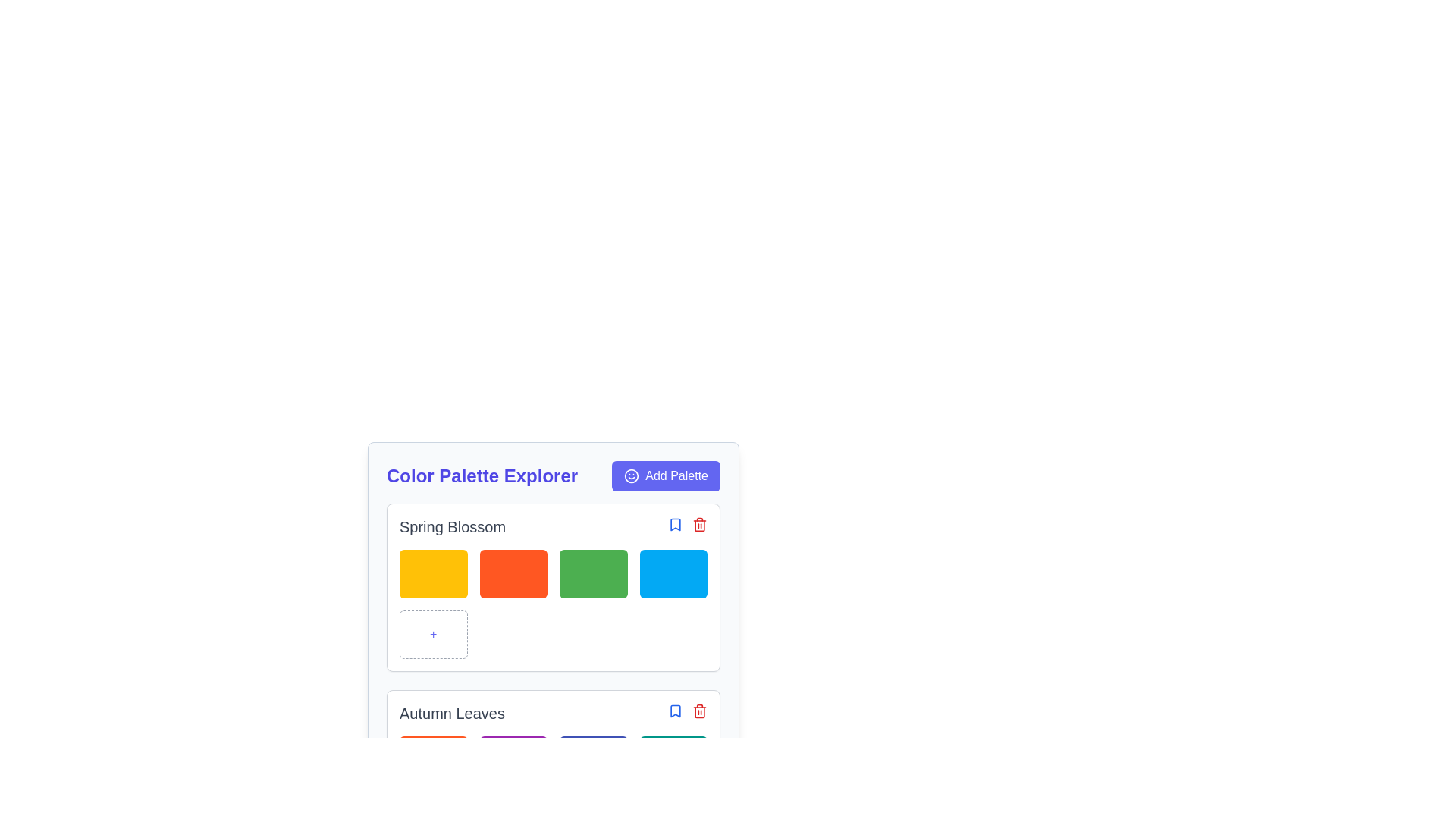 The image size is (1456, 819). I want to click on the orange color box in the Spring Blossom section of the Color Palette Explorer, so click(513, 573).